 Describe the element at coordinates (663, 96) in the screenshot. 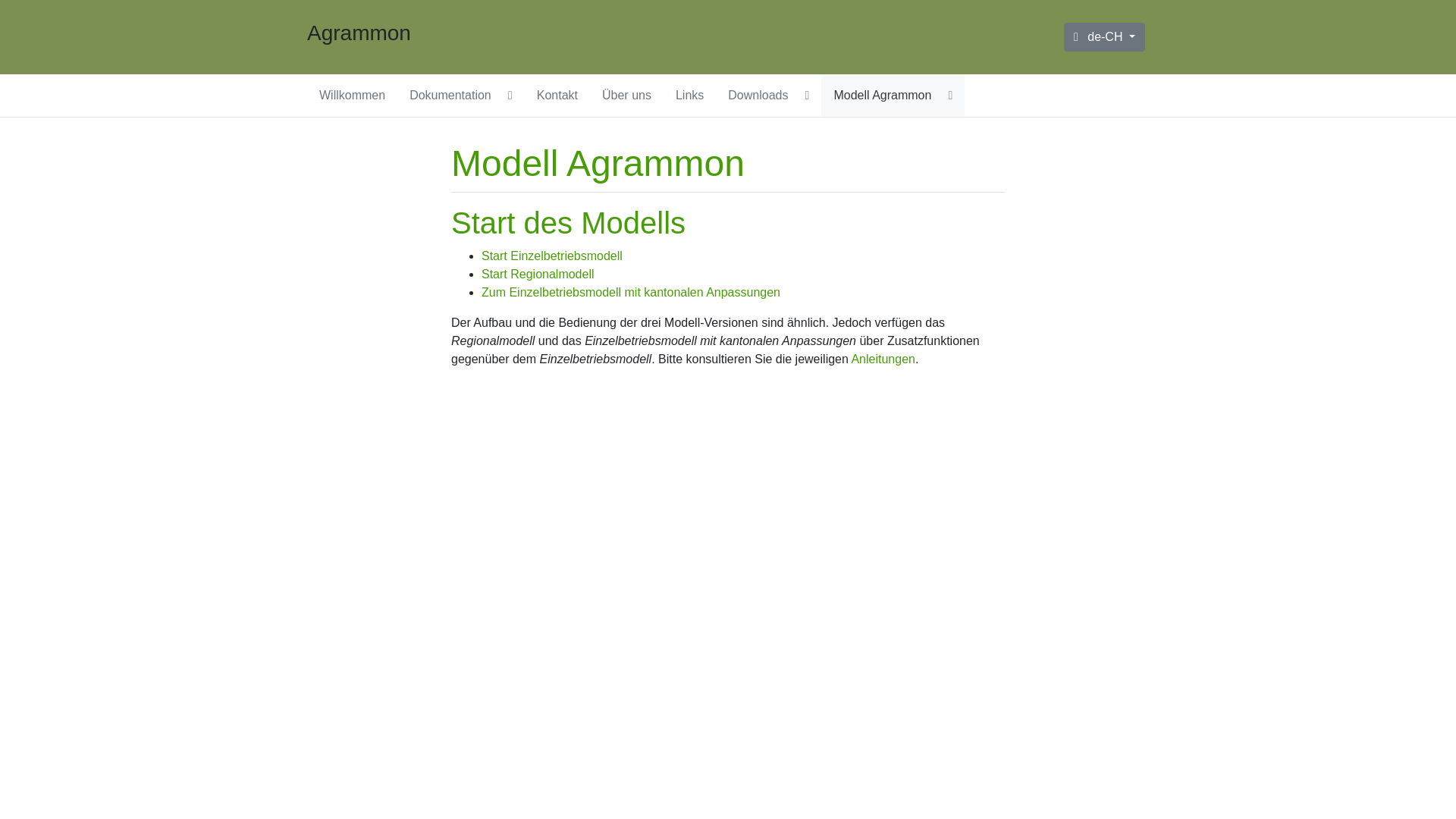

I see `'Links'` at that location.